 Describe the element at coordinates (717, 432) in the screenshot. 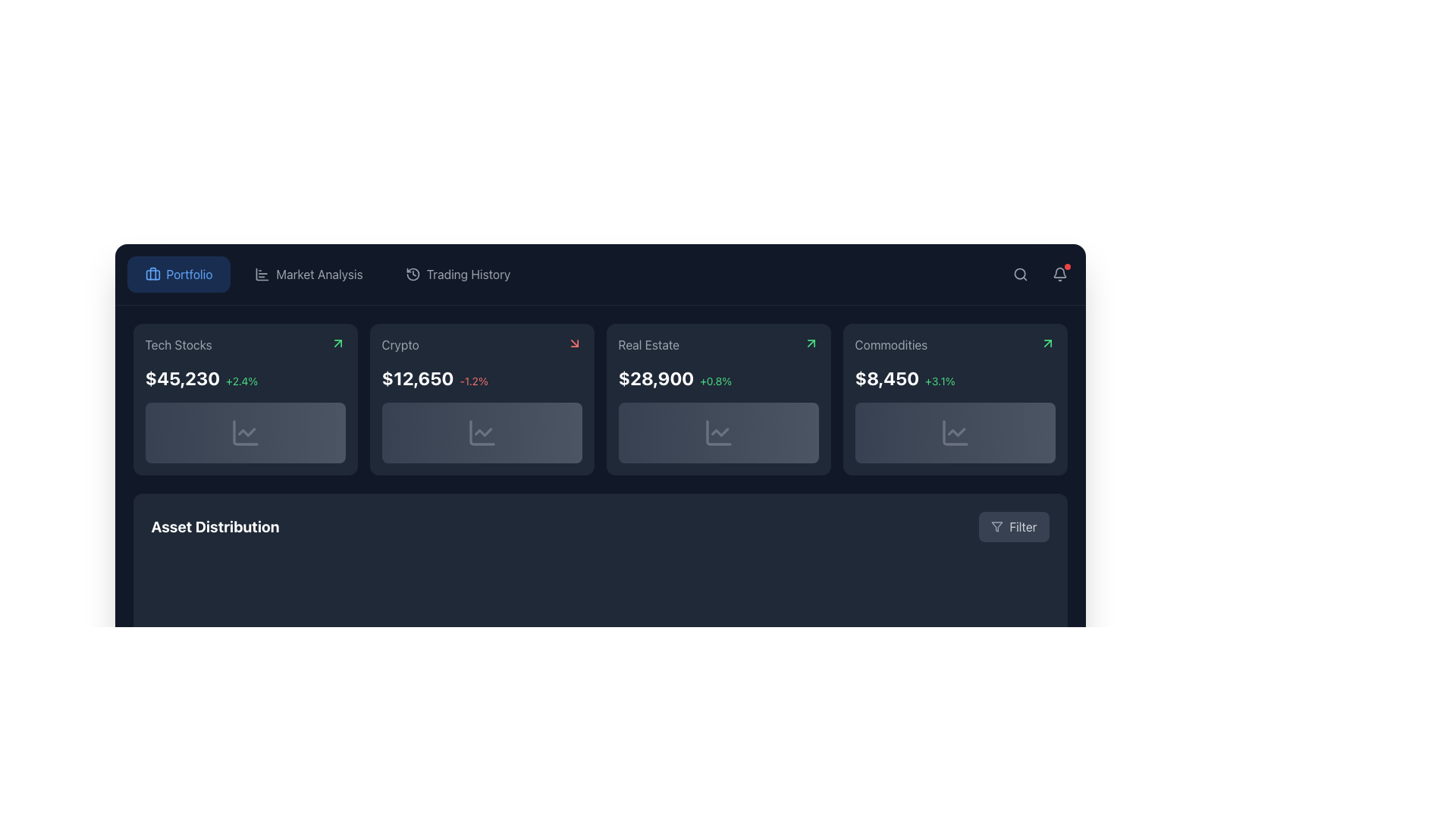

I see `the chart icon representing the 'Real Estate' metric located at the bottom-center of the third card in a horizontal series of four` at that location.